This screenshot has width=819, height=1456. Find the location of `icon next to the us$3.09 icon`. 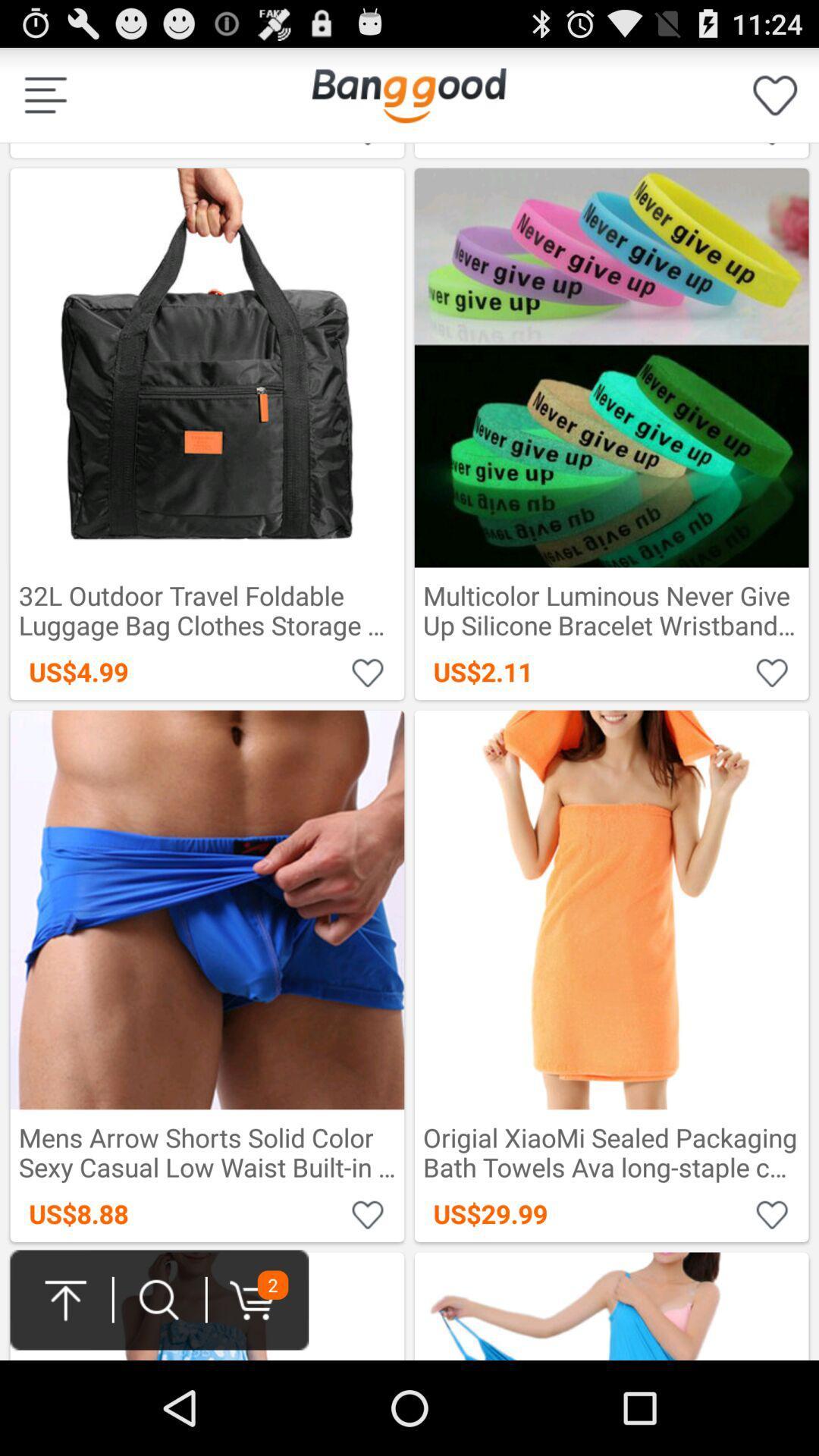

icon next to the us$3.09 icon is located at coordinates (408, 94).